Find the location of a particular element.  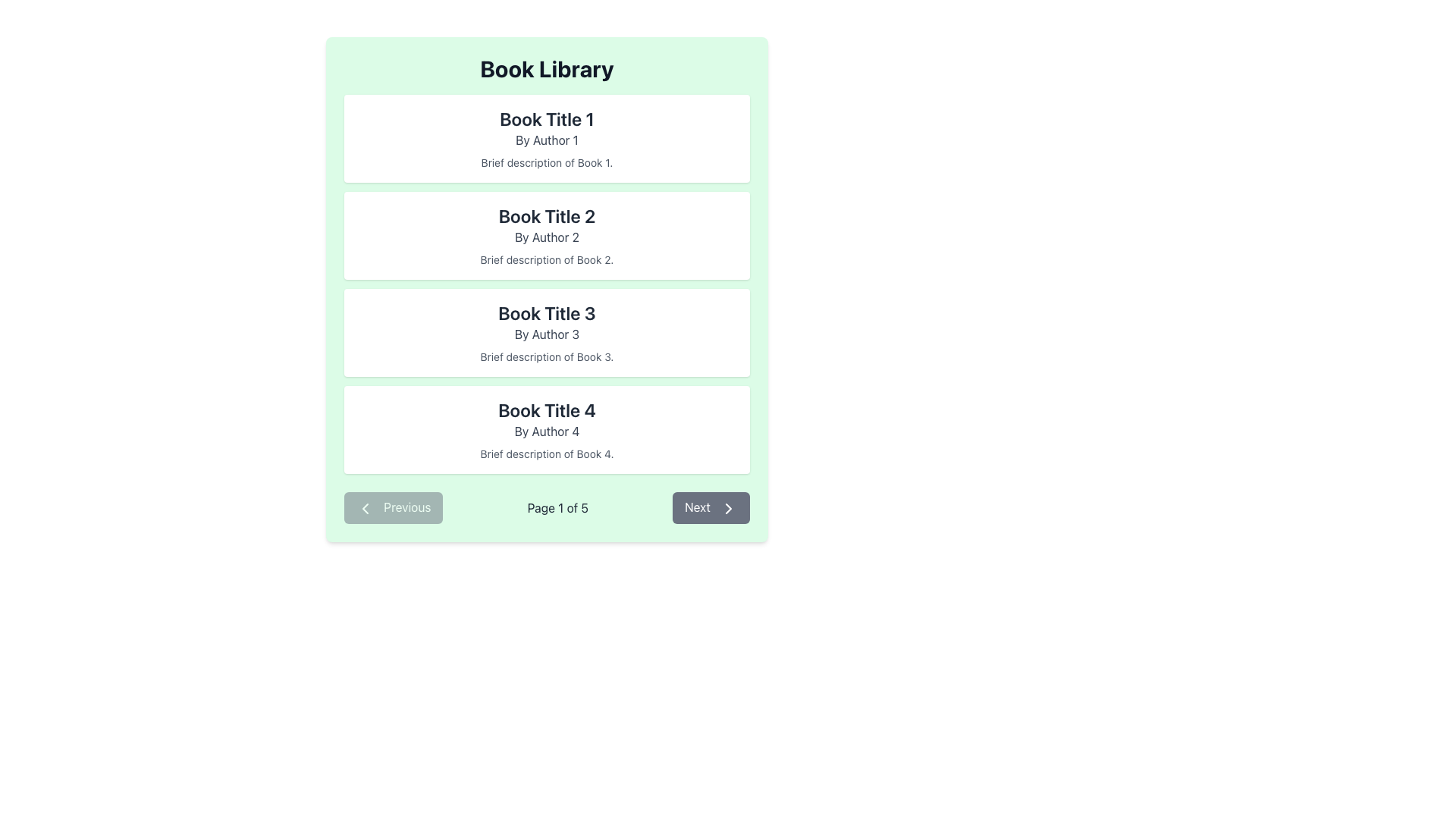

the backward navigation chevron icon located on the left side of the footer navigation bar, which is part of the 'Previous' button is located at coordinates (365, 508).